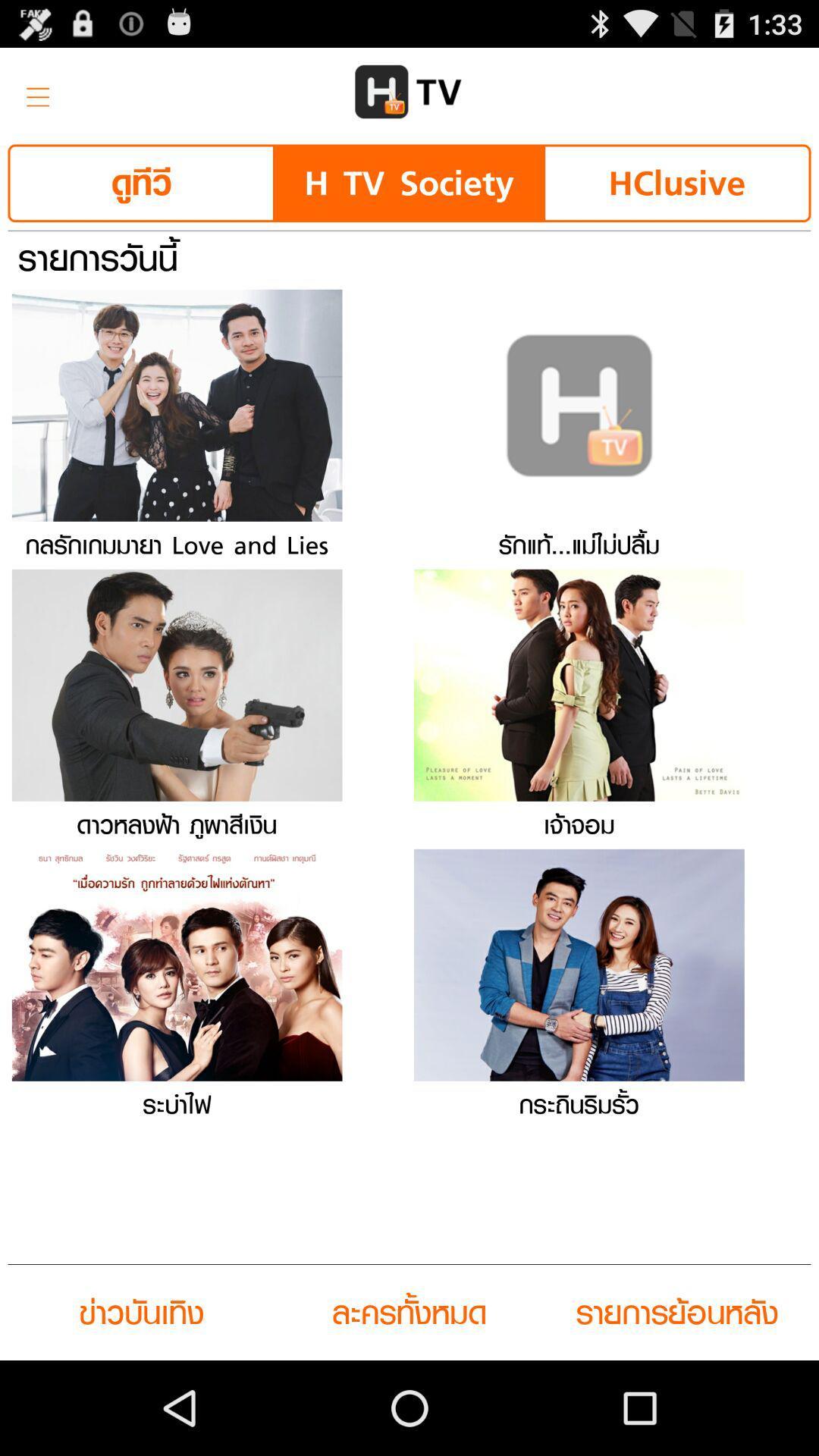  Describe the element at coordinates (141, 182) in the screenshot. I see `the button to the left of h tv society item` at that location.